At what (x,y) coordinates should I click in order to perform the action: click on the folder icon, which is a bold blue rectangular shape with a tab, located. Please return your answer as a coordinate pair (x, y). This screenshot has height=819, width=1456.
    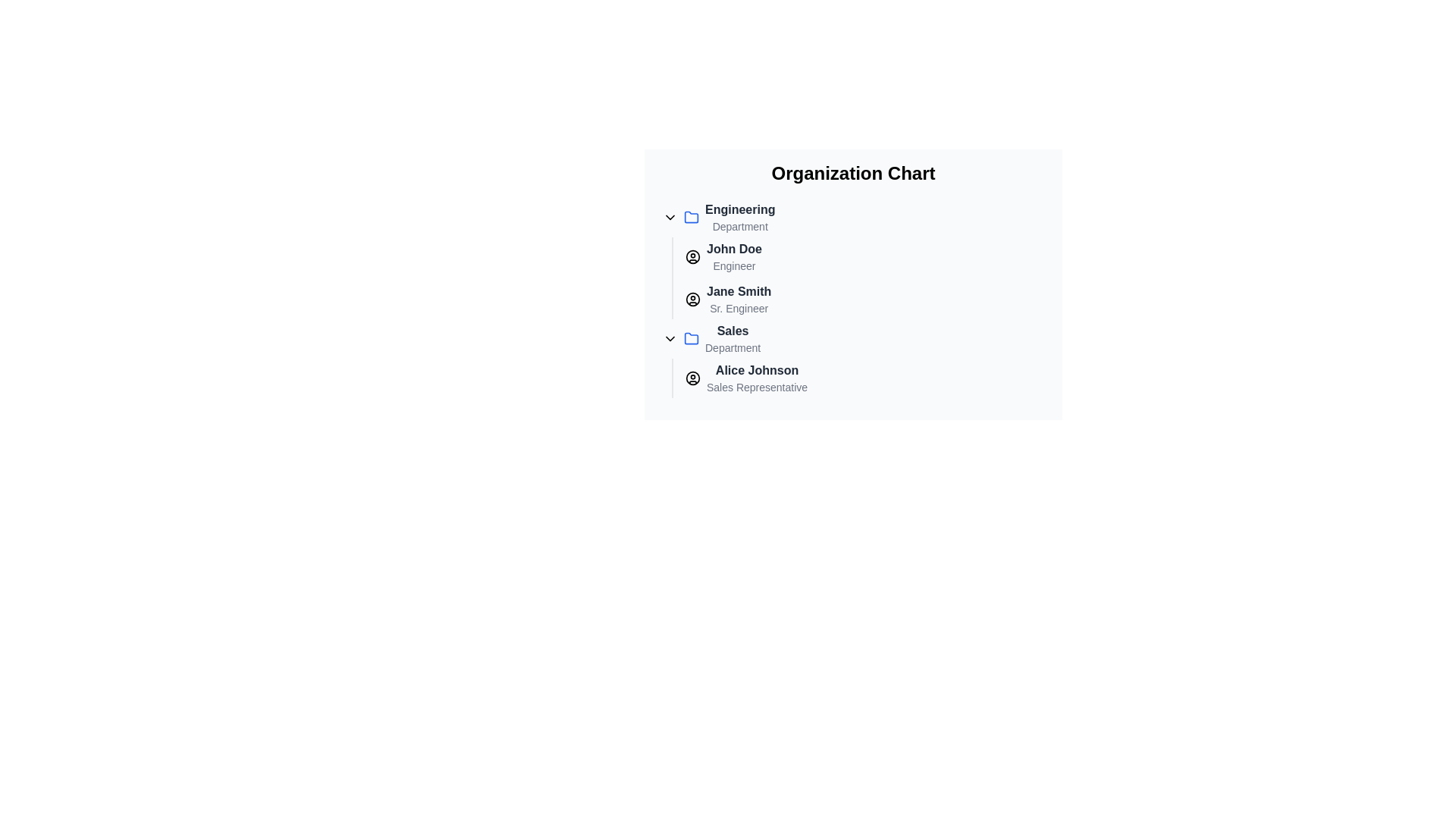
    Looking at the image, I should click on (691, 217).